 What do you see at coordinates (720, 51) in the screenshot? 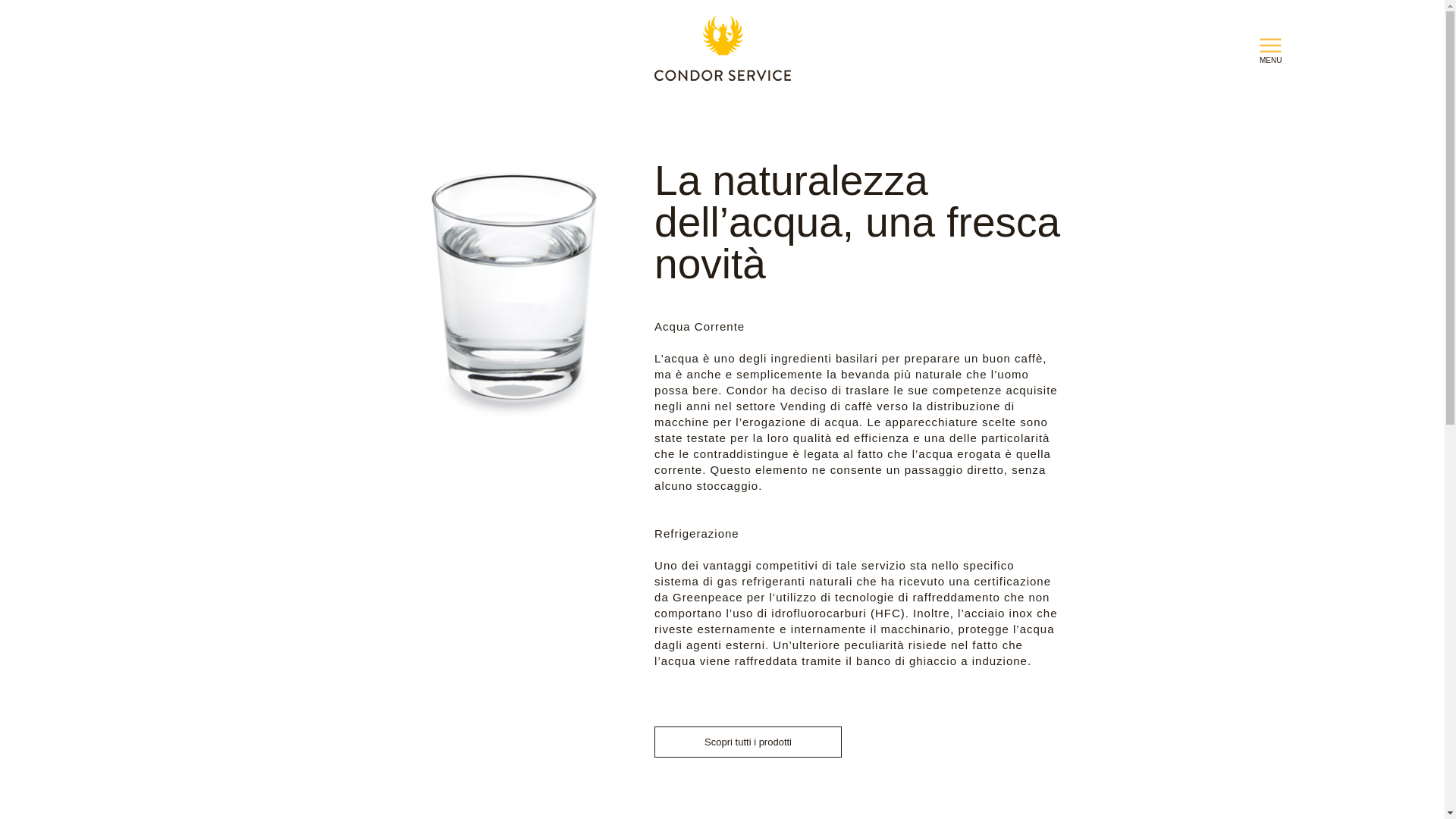
I see `'logo'` at bounding box center [720, 51].